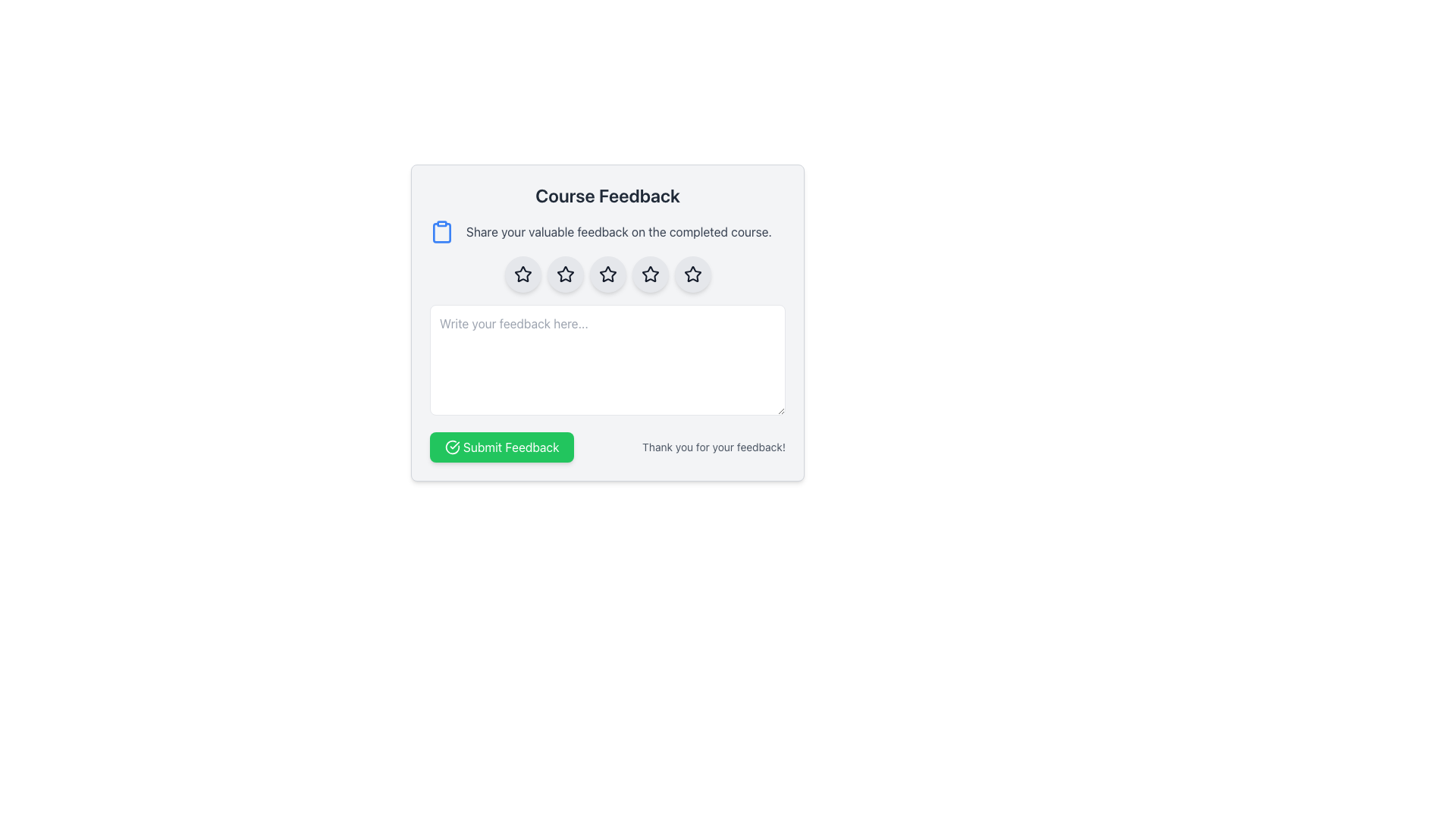  Describe the element at coordinates (522, 275) in the screenshot. I see `the second star-shaped interactive icon in the course feedback component` at that location.